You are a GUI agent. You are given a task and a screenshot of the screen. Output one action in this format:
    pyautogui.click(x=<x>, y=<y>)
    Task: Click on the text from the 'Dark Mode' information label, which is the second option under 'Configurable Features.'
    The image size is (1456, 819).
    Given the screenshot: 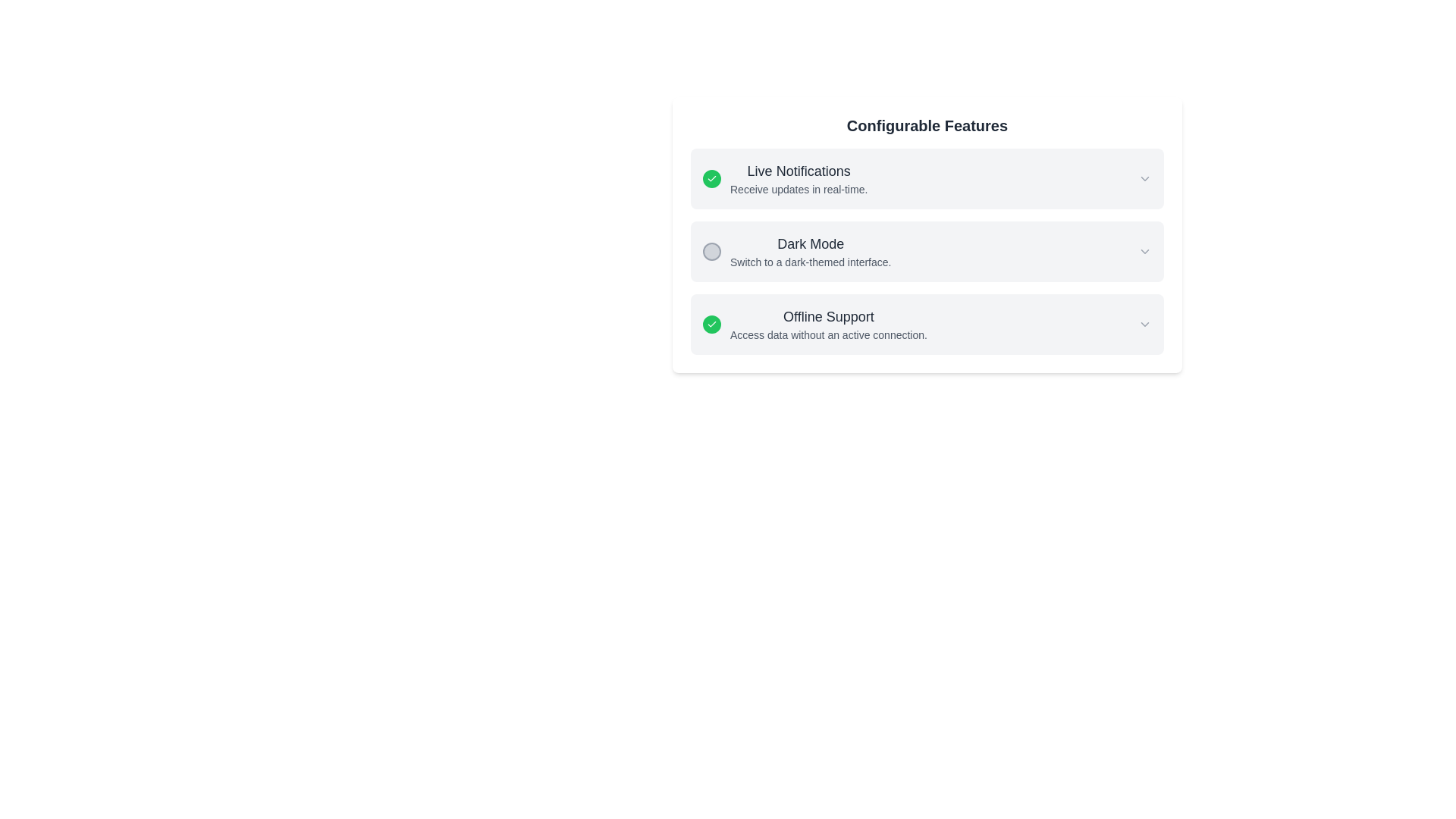 What is the action you would take?
    pyautogui.click(x=810, y=250)
    